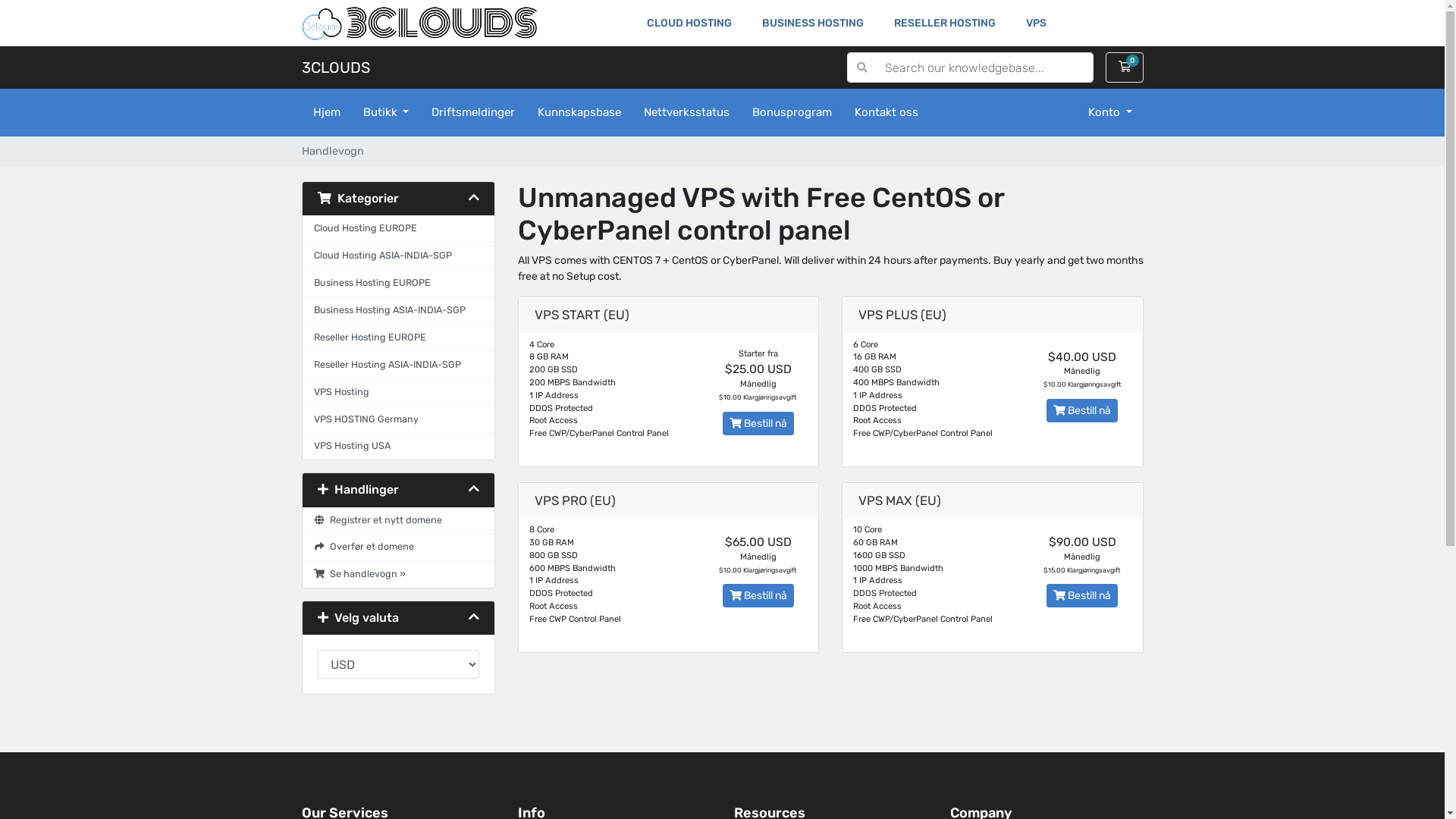 This screenshot has height=819, width=1456. What do you see at coordinates (811, 23) in the screenshot?
I see `'BUSINESS HOSTING'` at bounding box center [811, 23].